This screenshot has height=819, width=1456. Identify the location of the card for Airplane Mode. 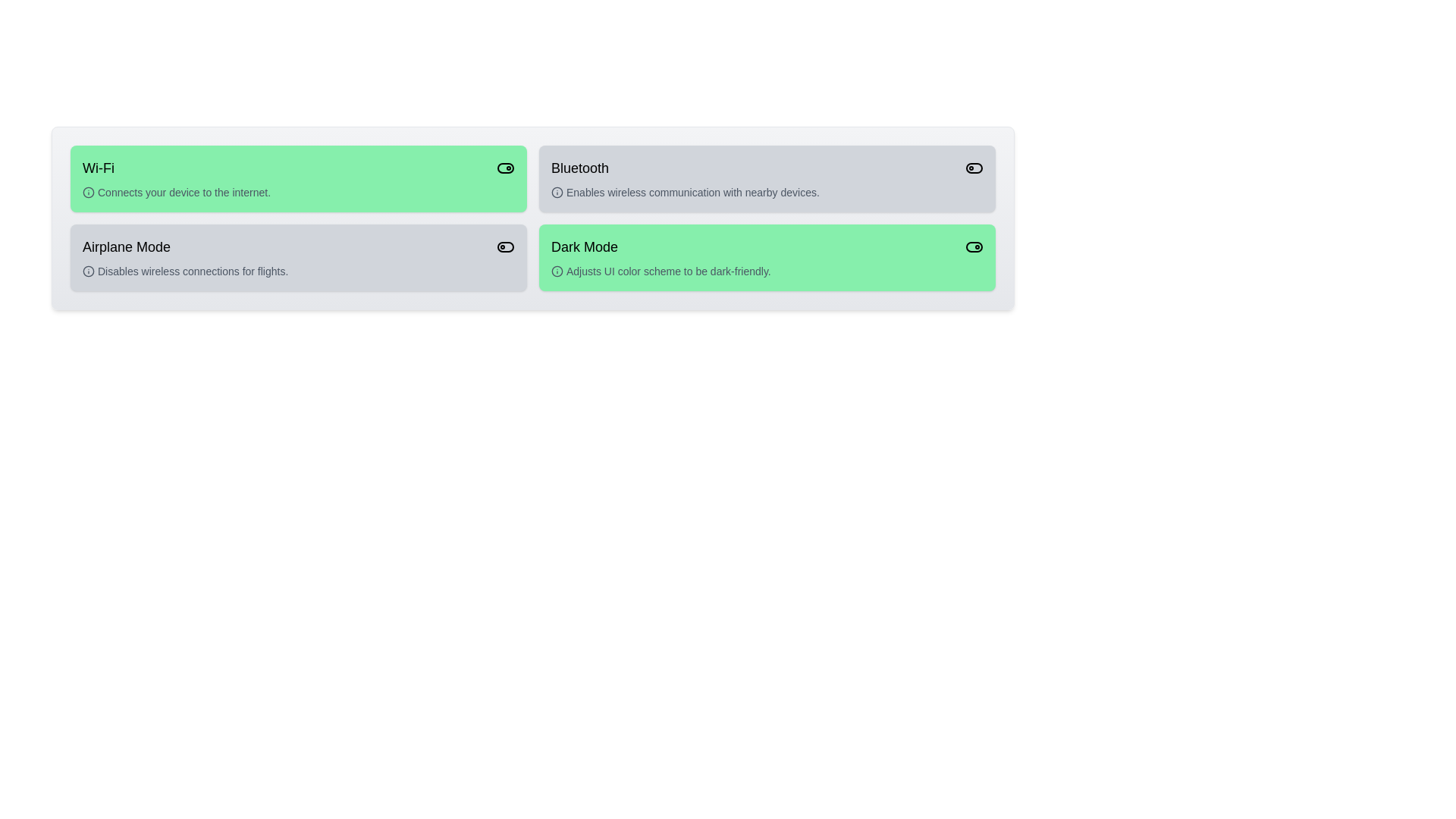
(298, 256).